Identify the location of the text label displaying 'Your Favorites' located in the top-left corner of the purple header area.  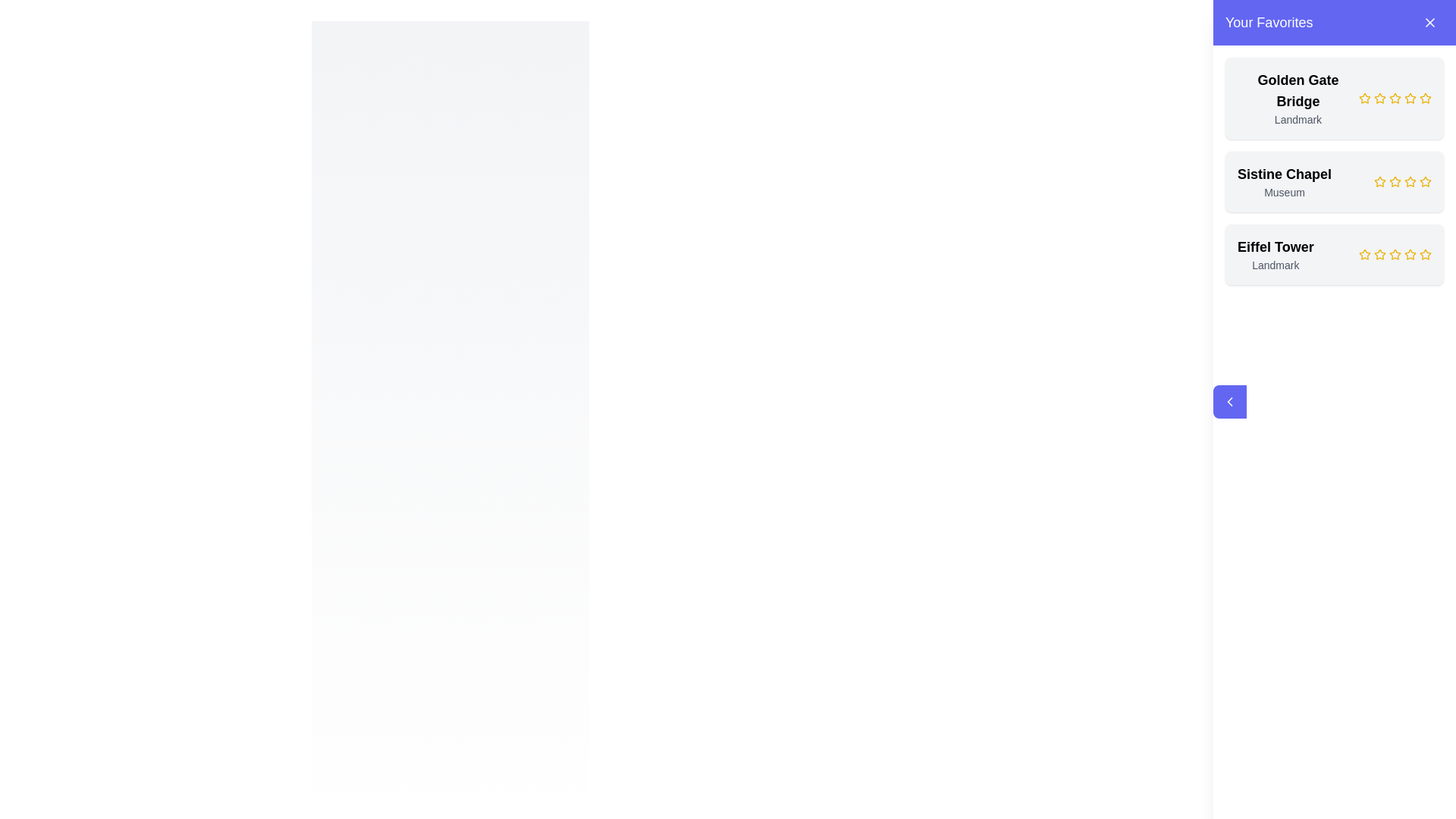
(1269, 23).